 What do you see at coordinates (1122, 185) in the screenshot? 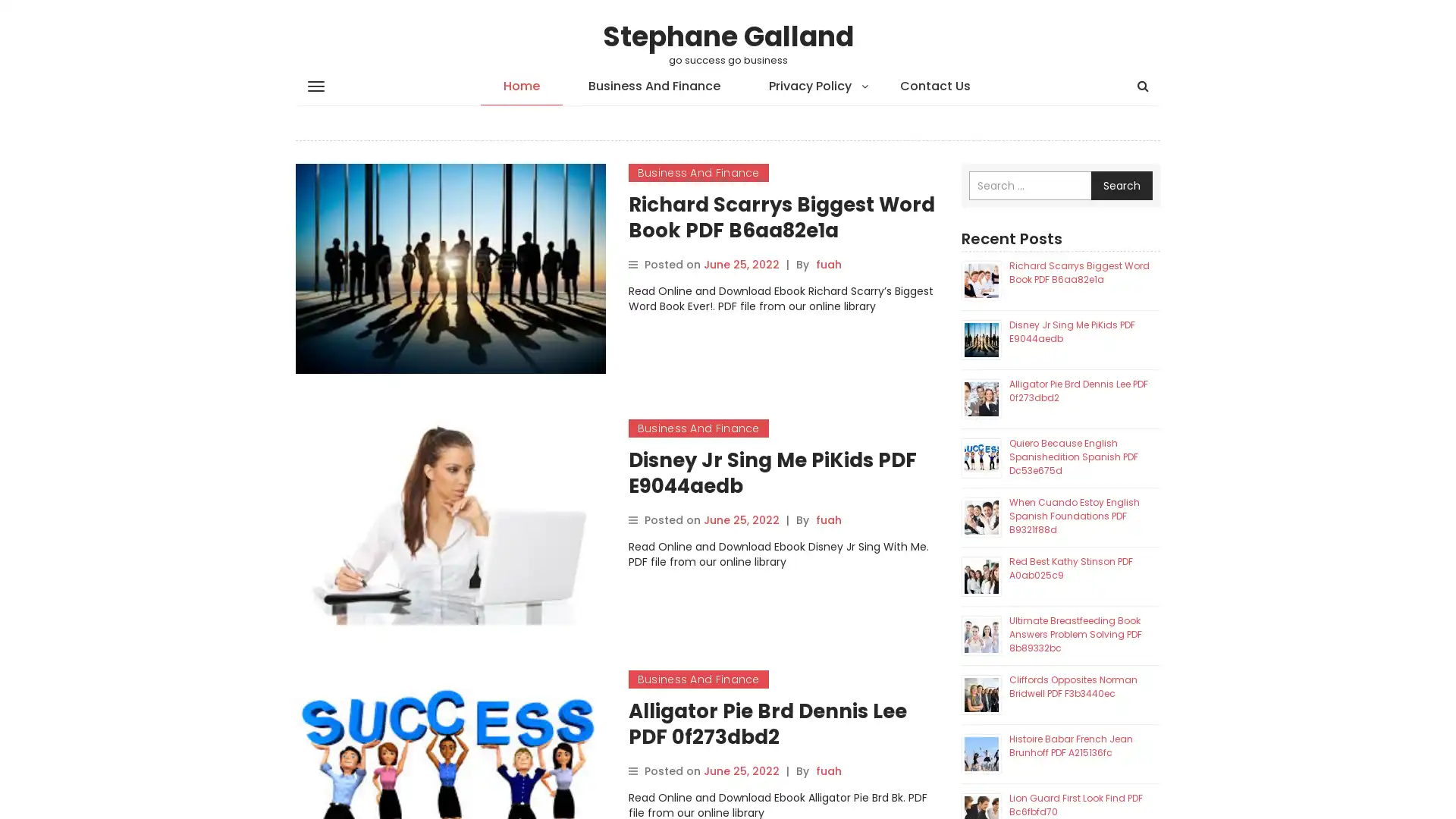
I see `Search` at bounding box center [1122, 185].